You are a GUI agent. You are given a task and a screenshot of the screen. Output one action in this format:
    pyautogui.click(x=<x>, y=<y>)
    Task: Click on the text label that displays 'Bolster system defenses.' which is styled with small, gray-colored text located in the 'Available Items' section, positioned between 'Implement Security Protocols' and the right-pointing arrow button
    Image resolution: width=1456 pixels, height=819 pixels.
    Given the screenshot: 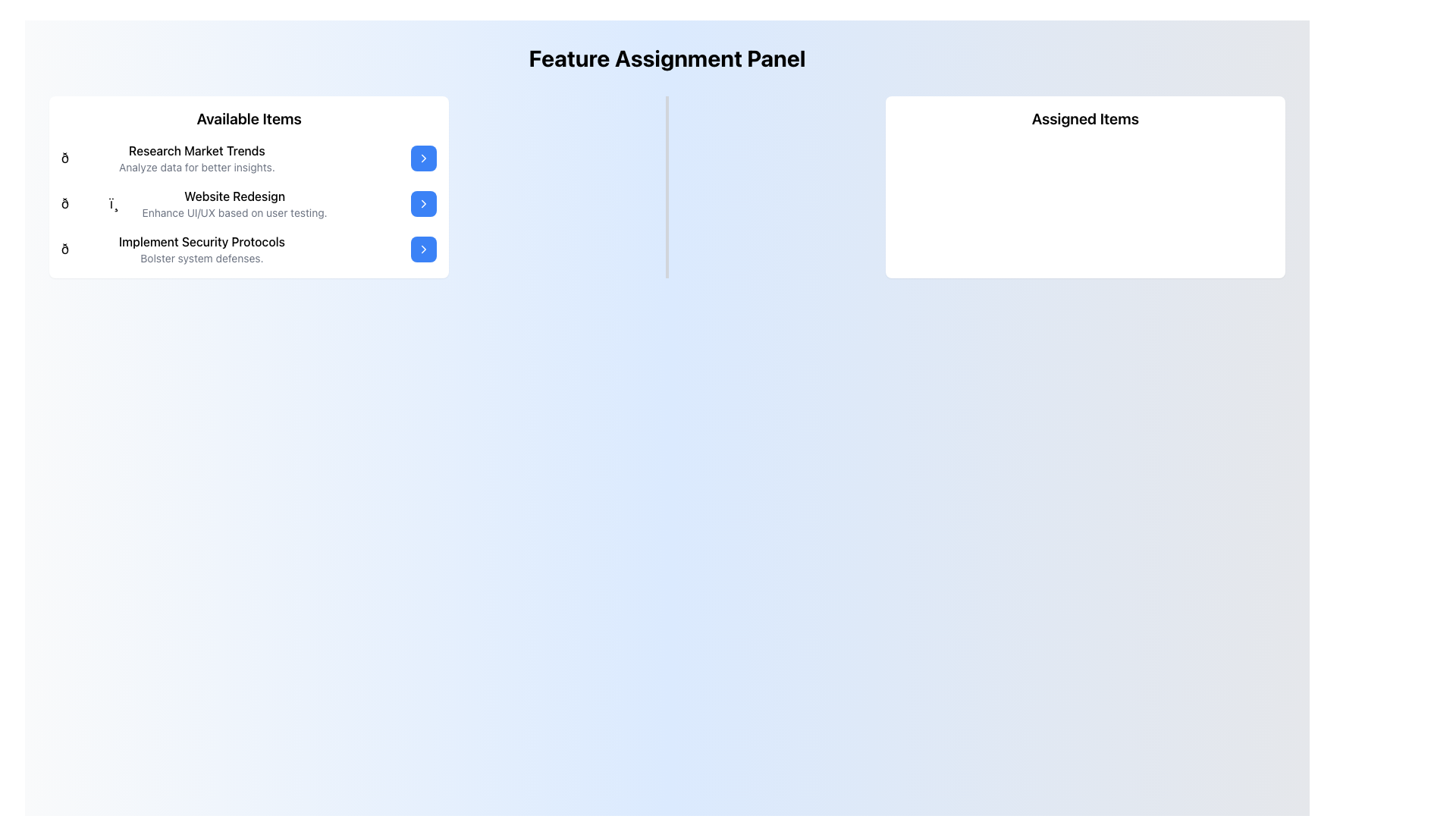 What is the action you would take?
    pyautogui.click(x=201, y=257)
    